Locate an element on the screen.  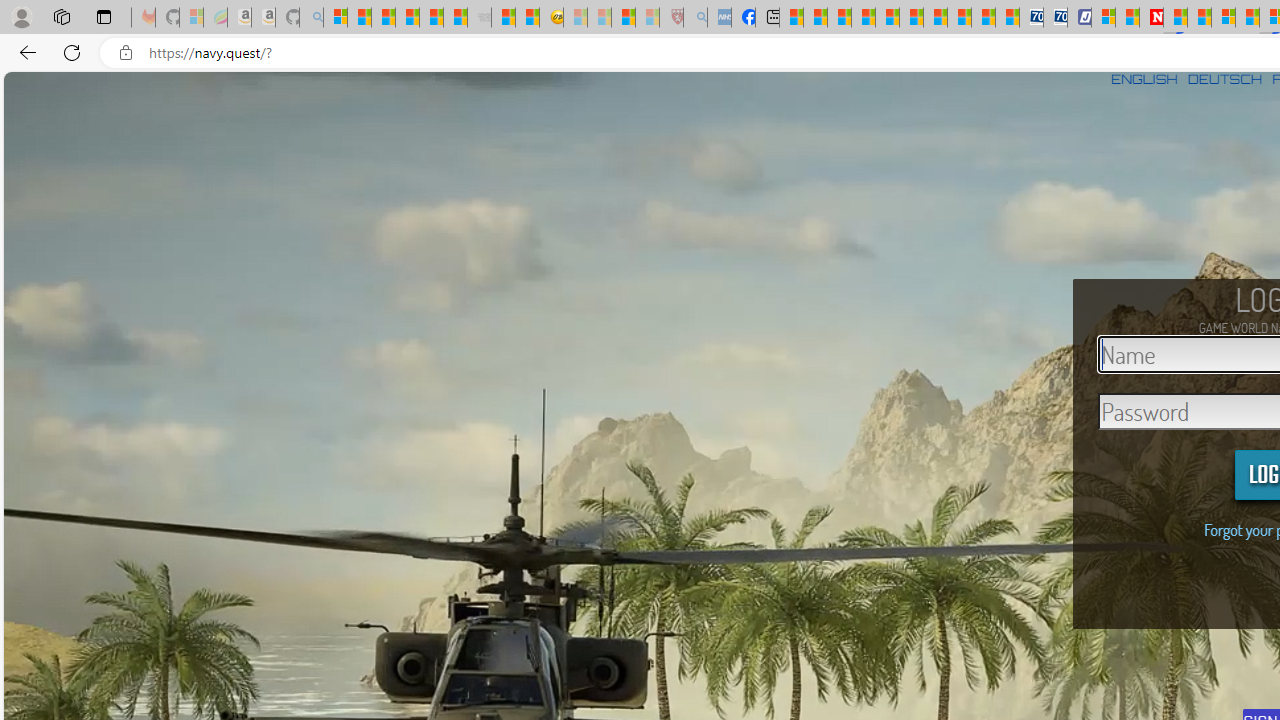
'14 Common Myths Debunked By Scientific Facts' is located at coordinates (1199, 17).